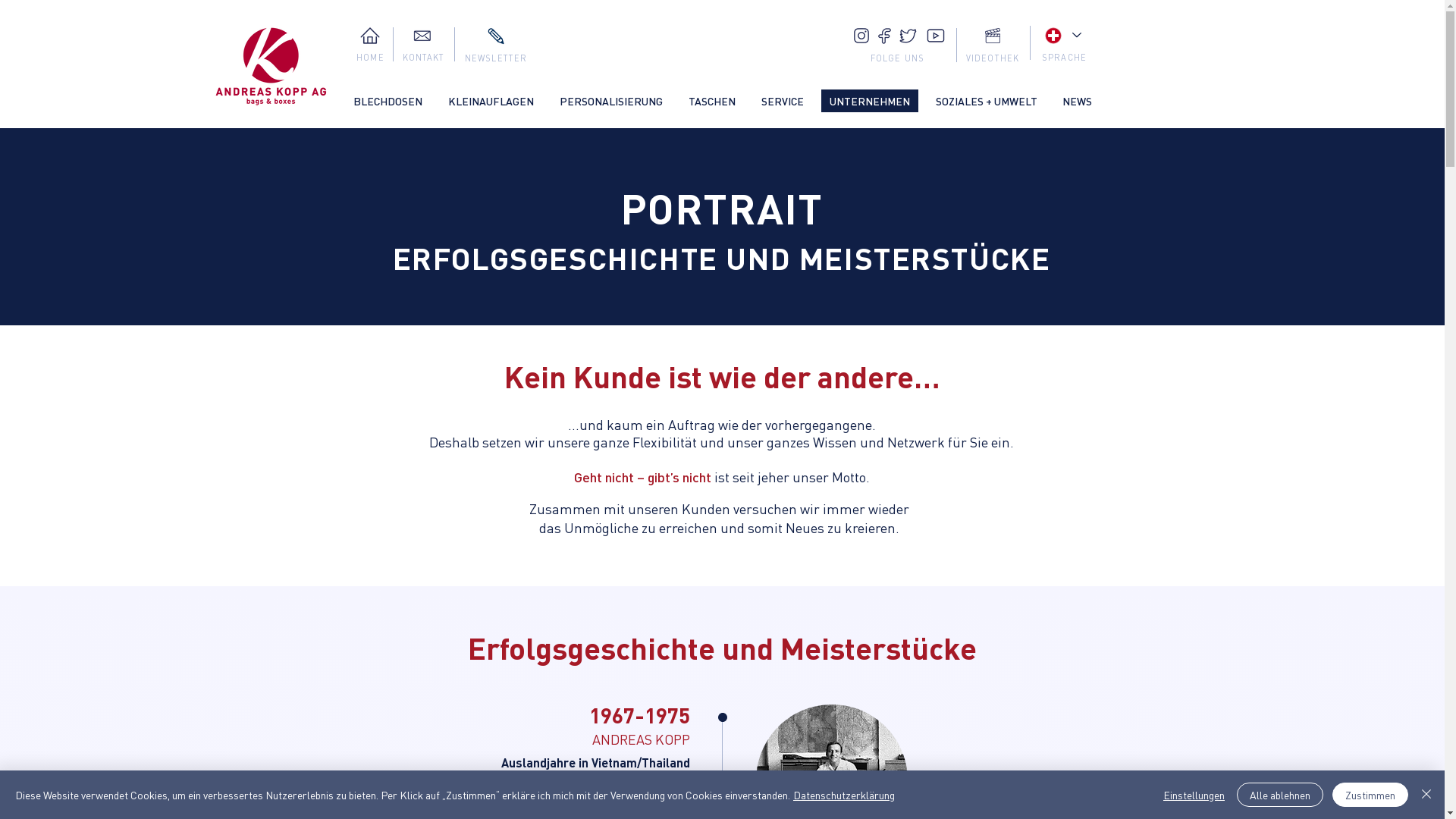 This screenshot has width=1456, height=819. What do you see at coordinates (422, 34) in the screenshot?
I see `'Kontakt'` at bounding box center [422, 34].